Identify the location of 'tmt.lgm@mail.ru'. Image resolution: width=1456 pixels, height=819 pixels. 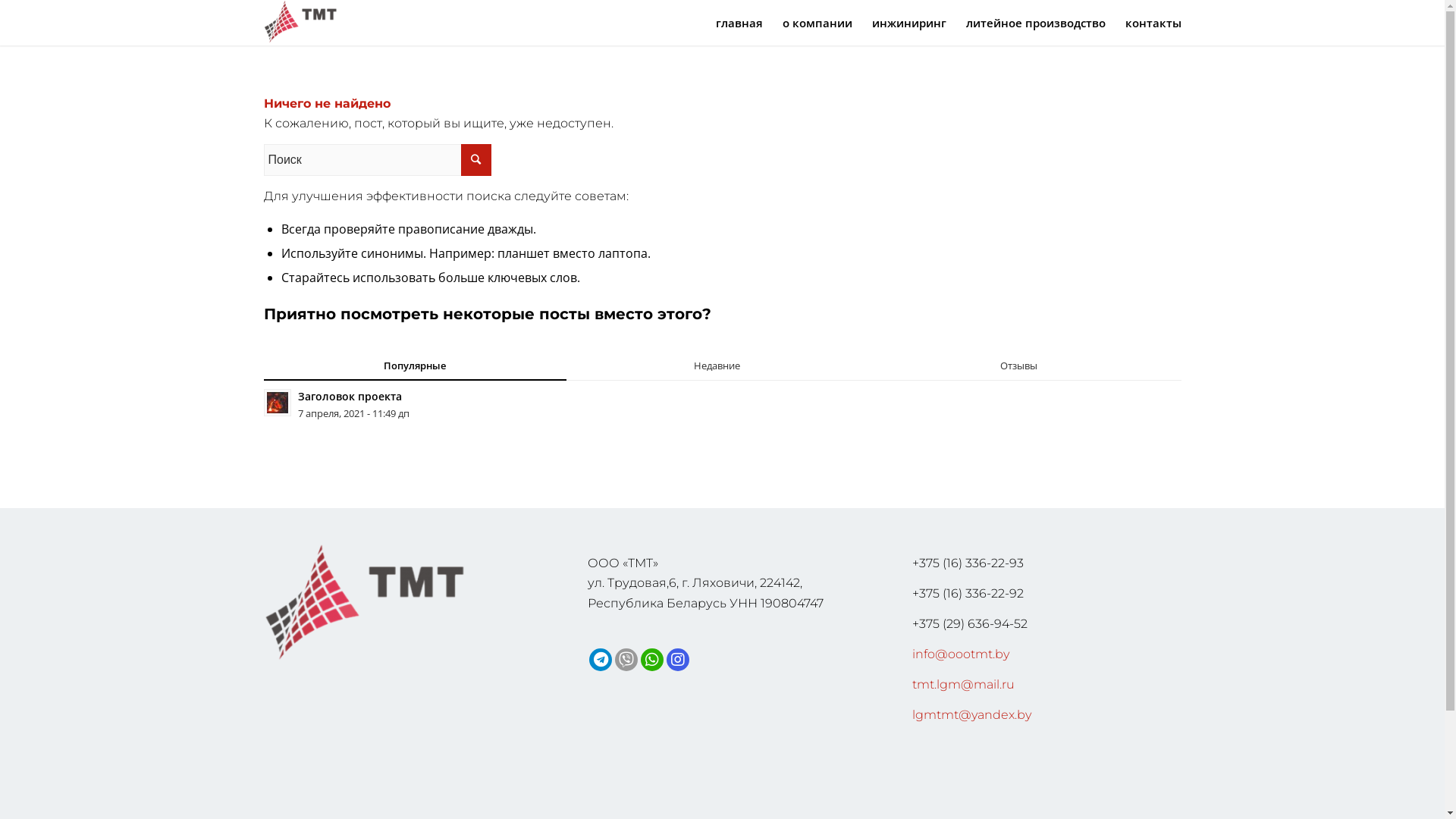
(962, 684).